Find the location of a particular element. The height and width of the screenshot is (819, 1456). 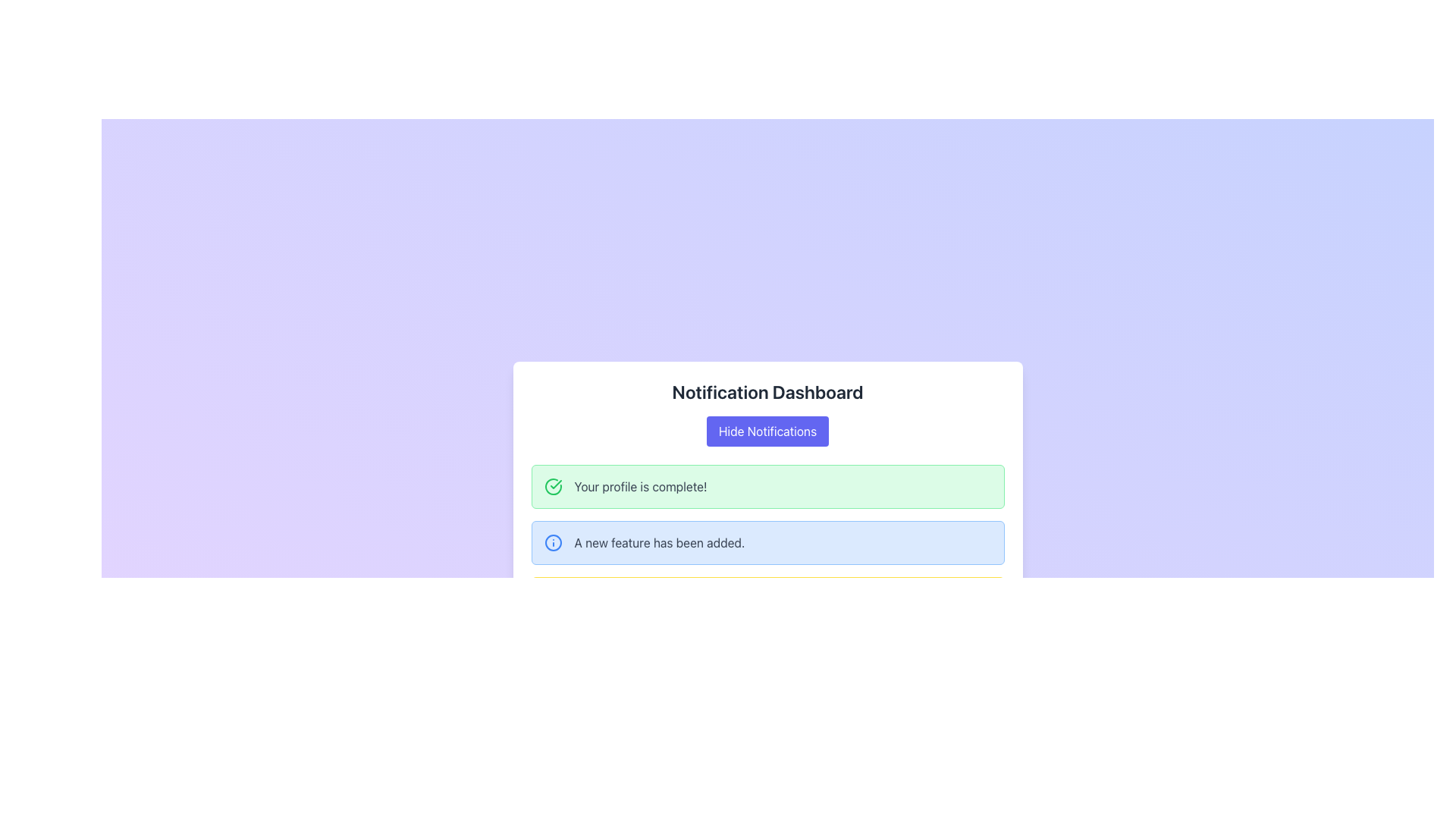

text displayed in the static notification box indicating the completion status of the user's profile, which is positioned slightly to the right of the green checkmark icon is located at coordinates (640, 486).